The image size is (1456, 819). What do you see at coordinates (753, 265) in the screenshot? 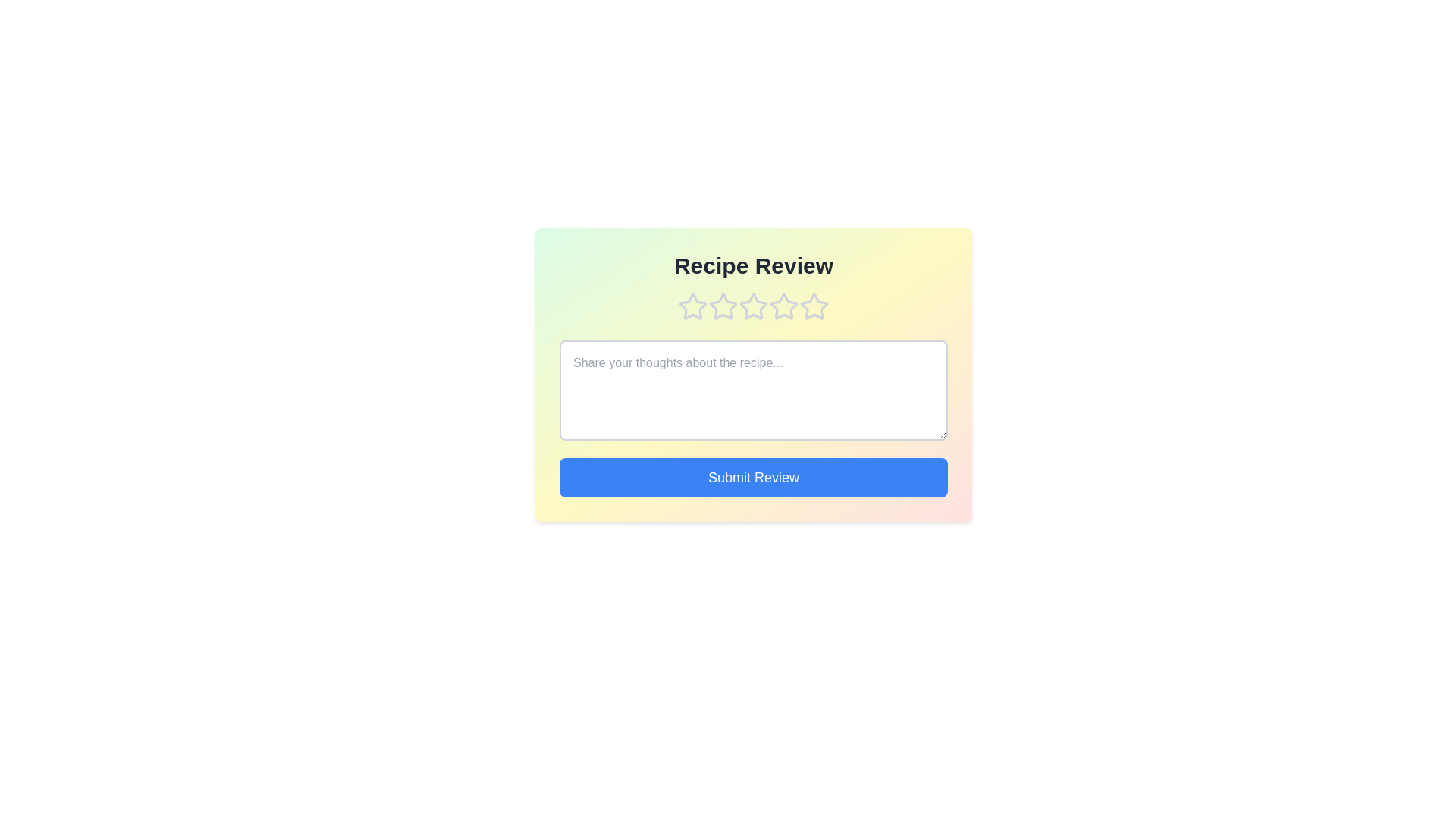
I see `the title 'Recipe Review' and extract its text` at bounding box center [753, 265].